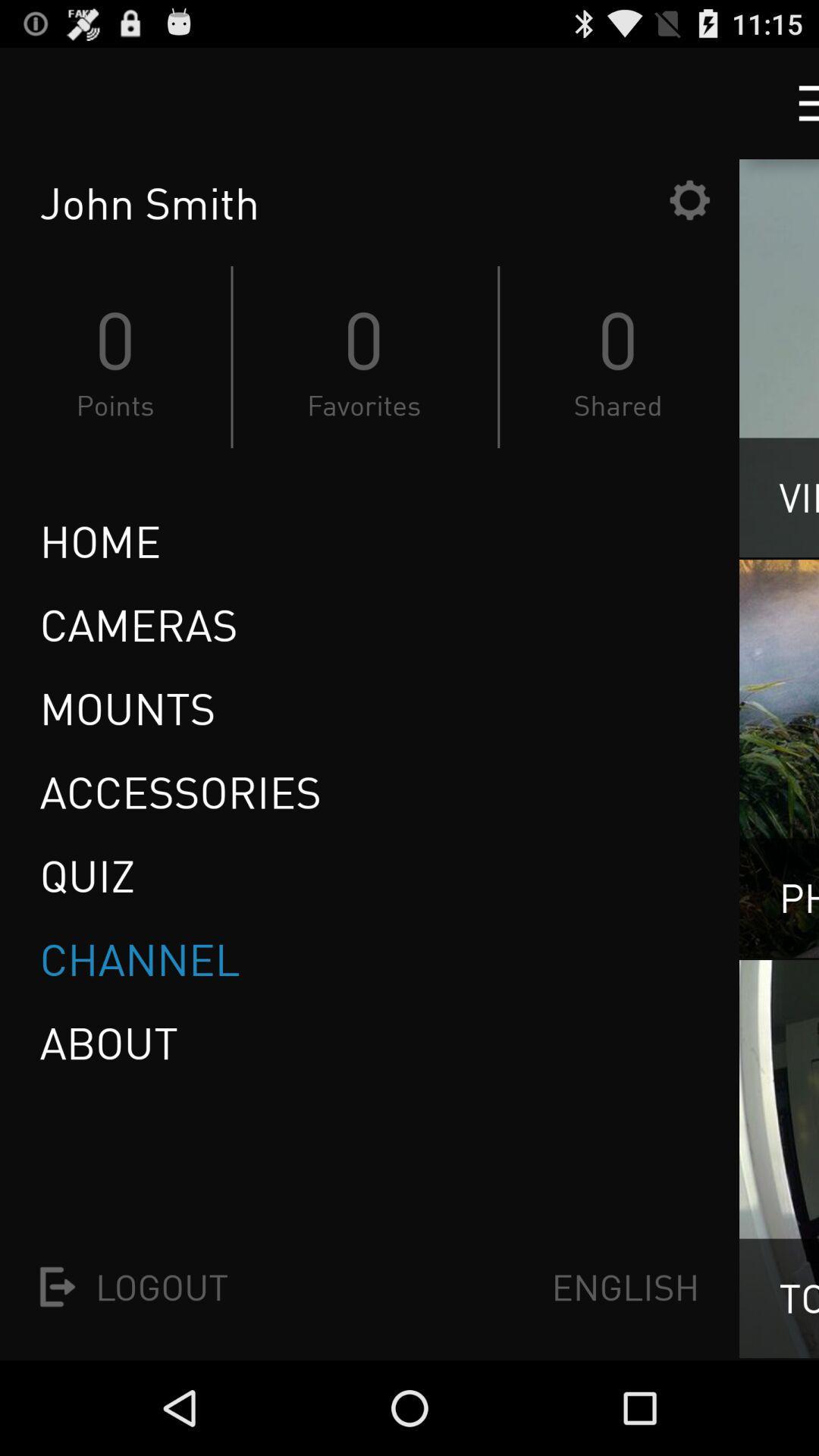 The width and height of the screenshot is (819, 1456). Describe the element at coordinates (689, 213) in the screenshot. I see `the settings icon` at that location.